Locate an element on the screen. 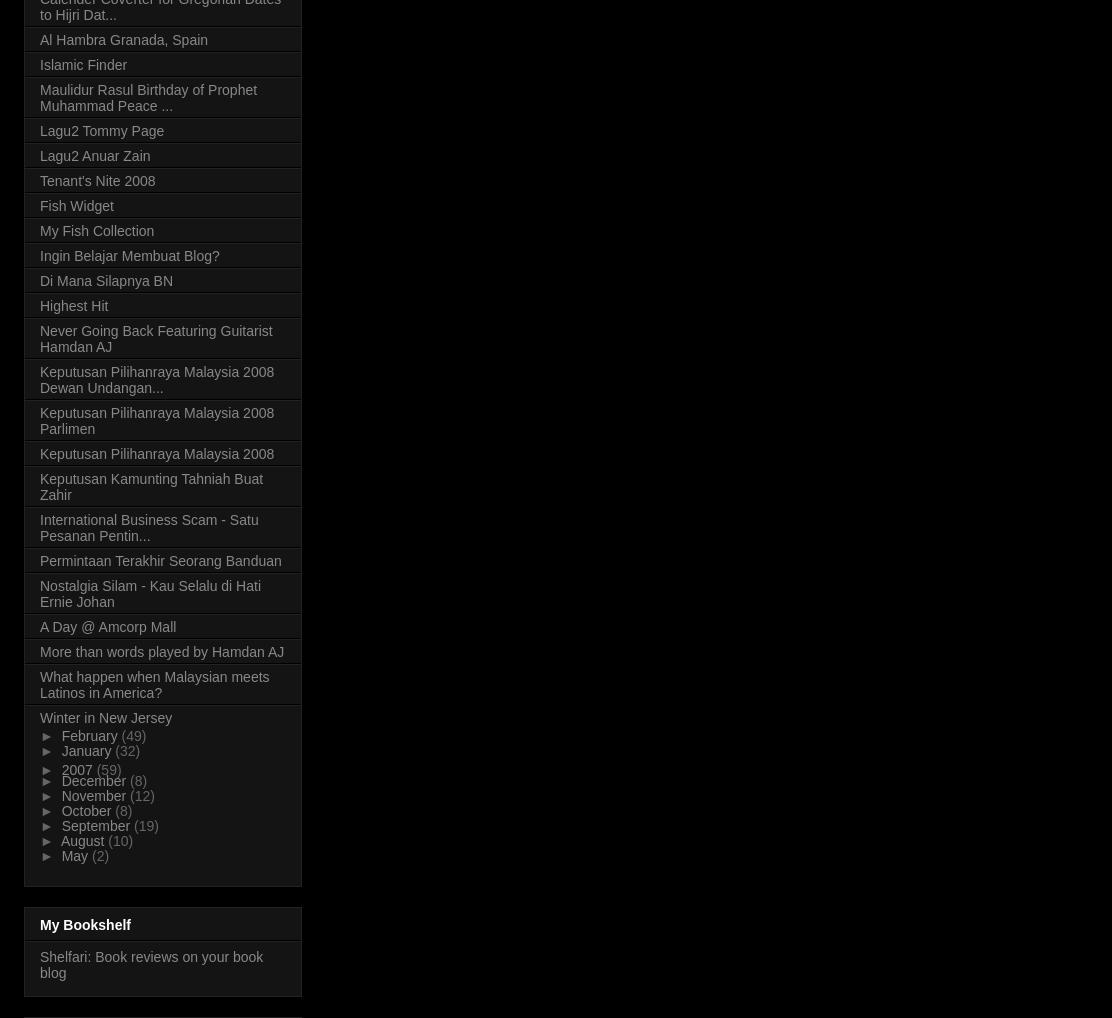  'Tenant's Nite 2008' is located at coordinates (96, 179).